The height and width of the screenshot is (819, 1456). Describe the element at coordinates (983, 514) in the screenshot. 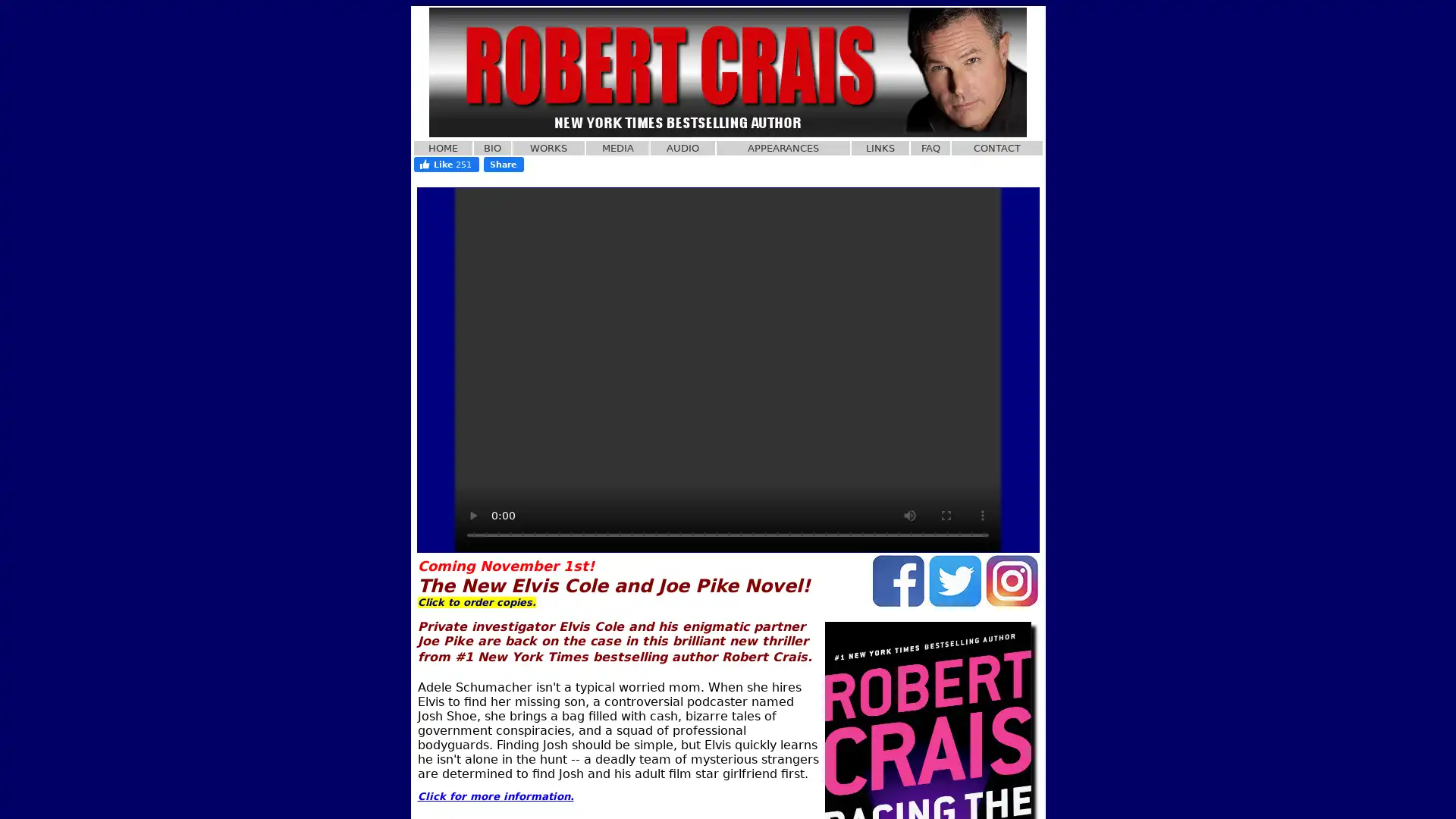

I see `show more media controls` at that location.